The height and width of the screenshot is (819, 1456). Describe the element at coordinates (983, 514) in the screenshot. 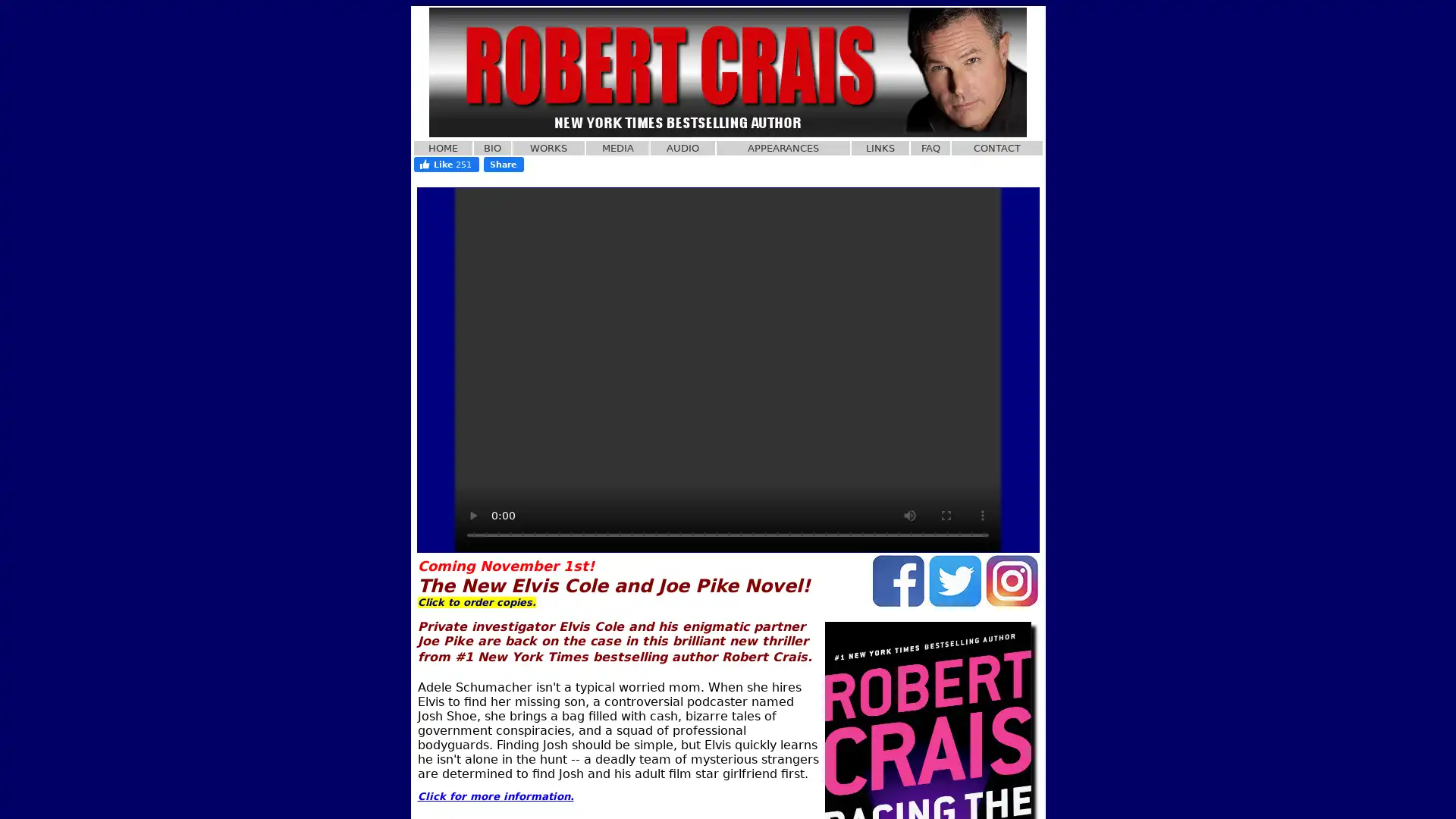

I see `show more media controls` at that location.